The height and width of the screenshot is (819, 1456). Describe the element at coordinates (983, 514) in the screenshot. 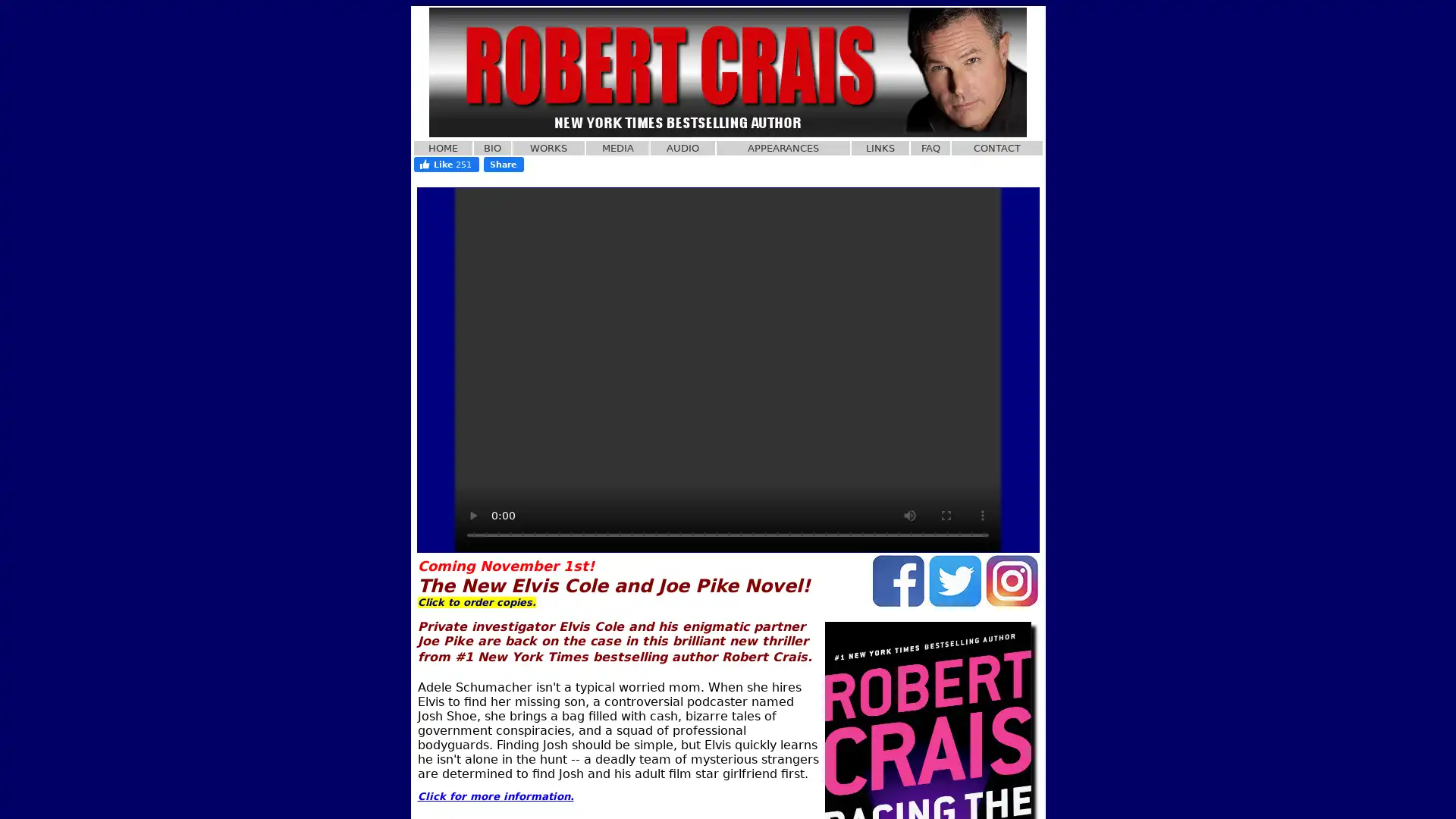

I see `show more media controls` at that location.